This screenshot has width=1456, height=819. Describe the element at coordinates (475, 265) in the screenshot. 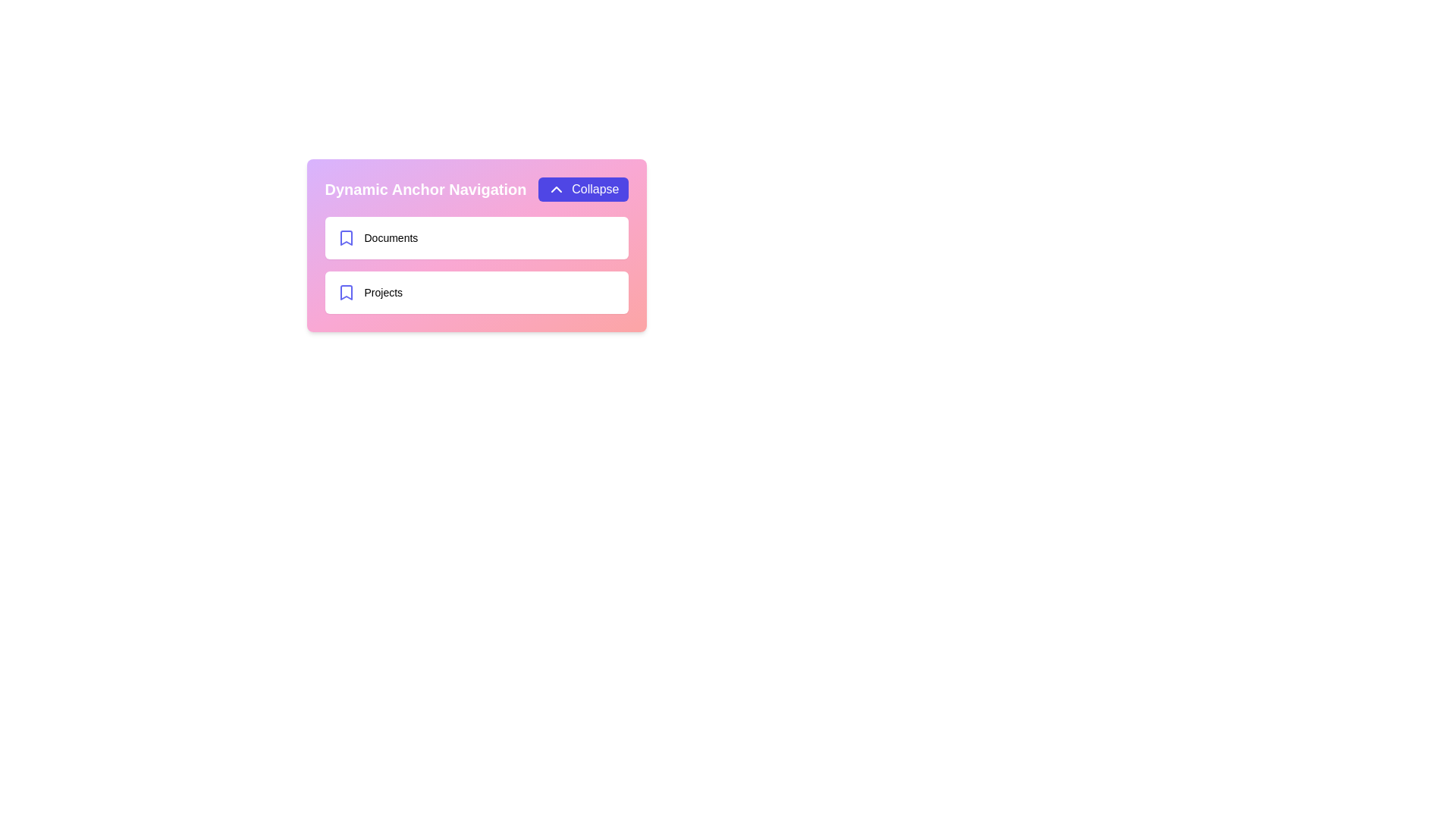

I see `the vertically-aligned Navigational Grouping element containing 'Documents' and 'Projects' items` at that location.